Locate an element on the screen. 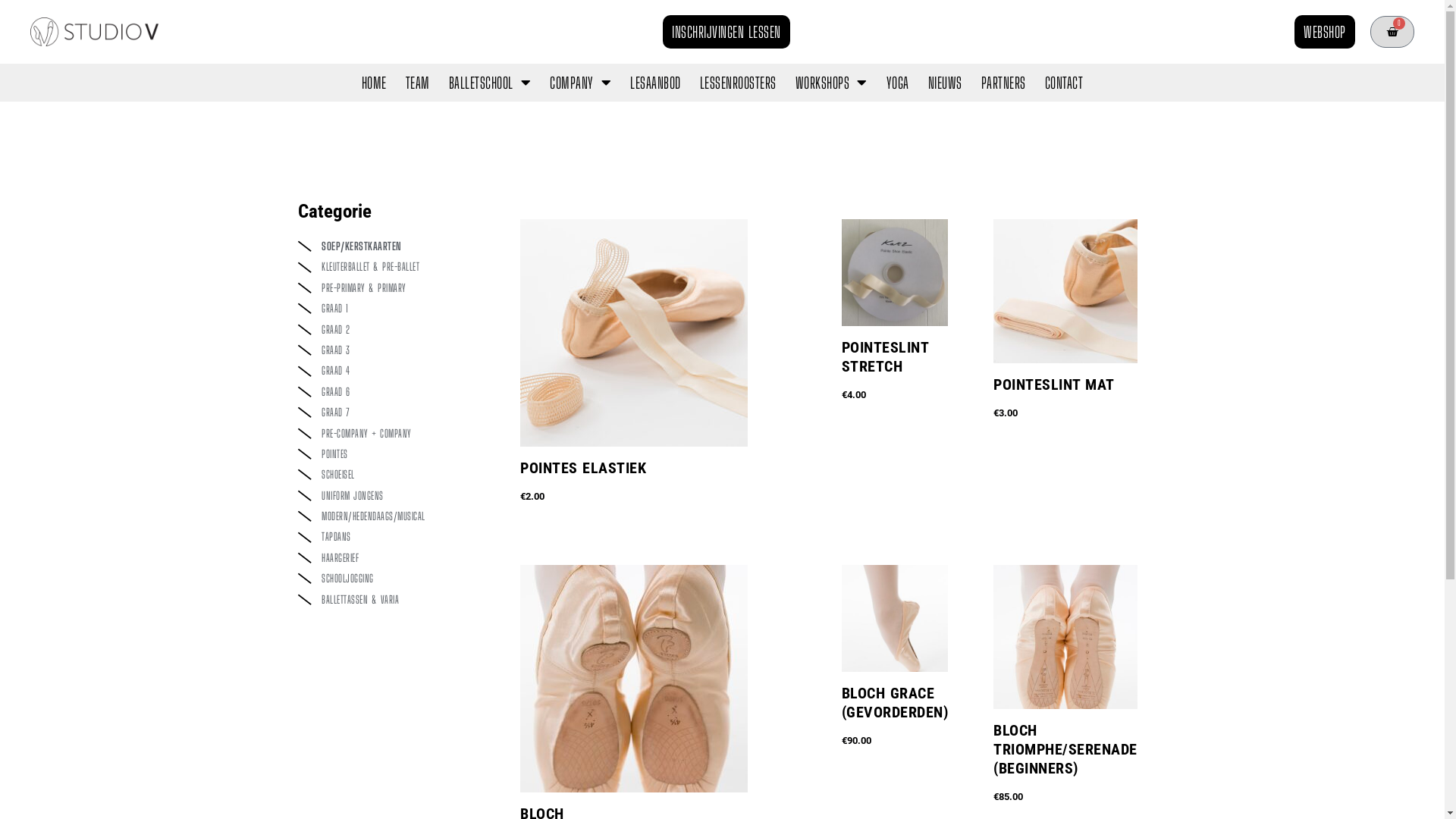  'WORKSHOPS' is located at coordinates (830, 82).